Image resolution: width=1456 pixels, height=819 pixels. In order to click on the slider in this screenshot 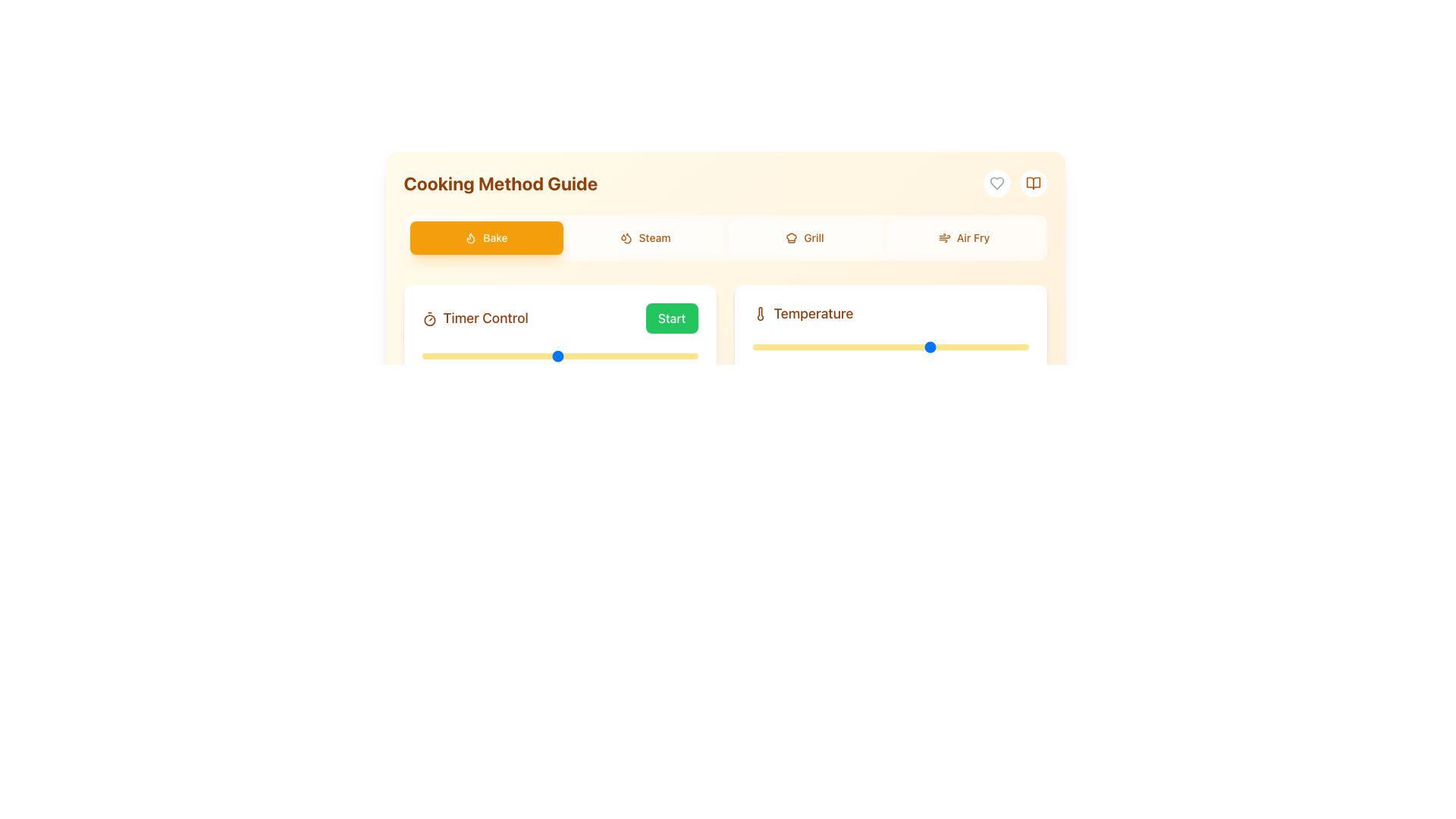, I will do `click(988, 347)`.